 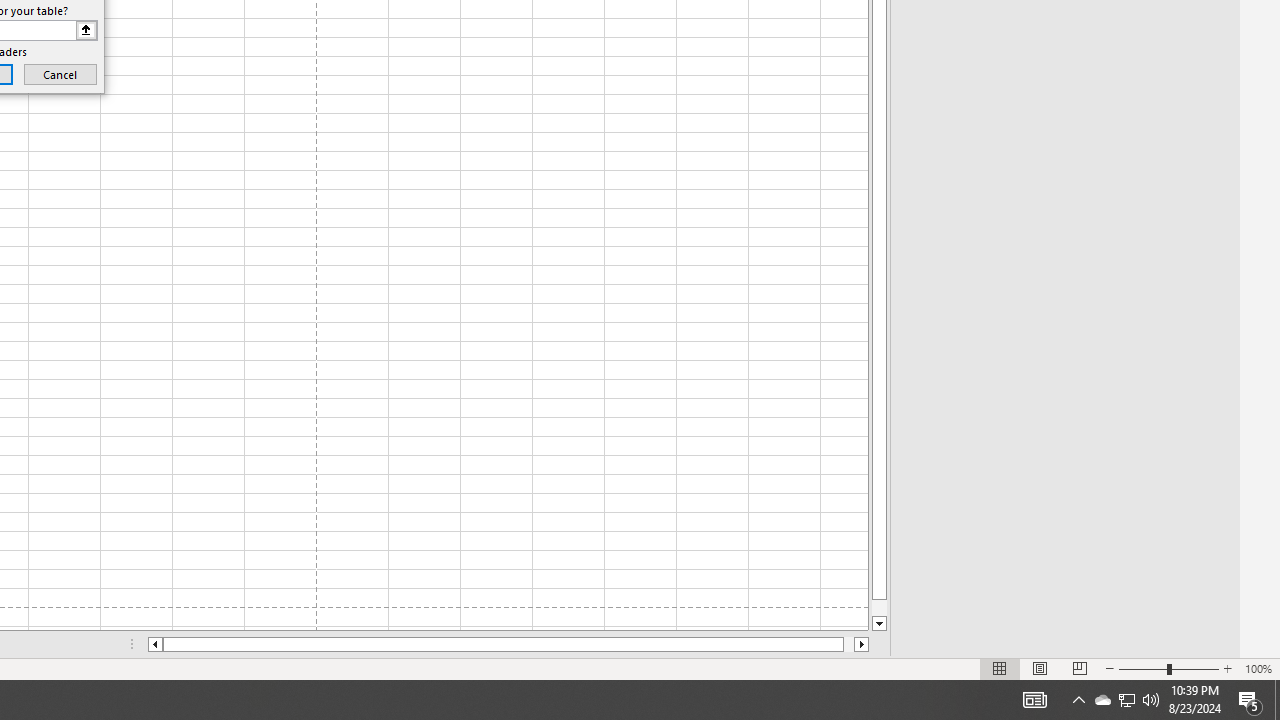 What do you see at coordinates (1226, 669) in the screenshot?
I see `'Zoom In'` at bounding box center [1226, 669].